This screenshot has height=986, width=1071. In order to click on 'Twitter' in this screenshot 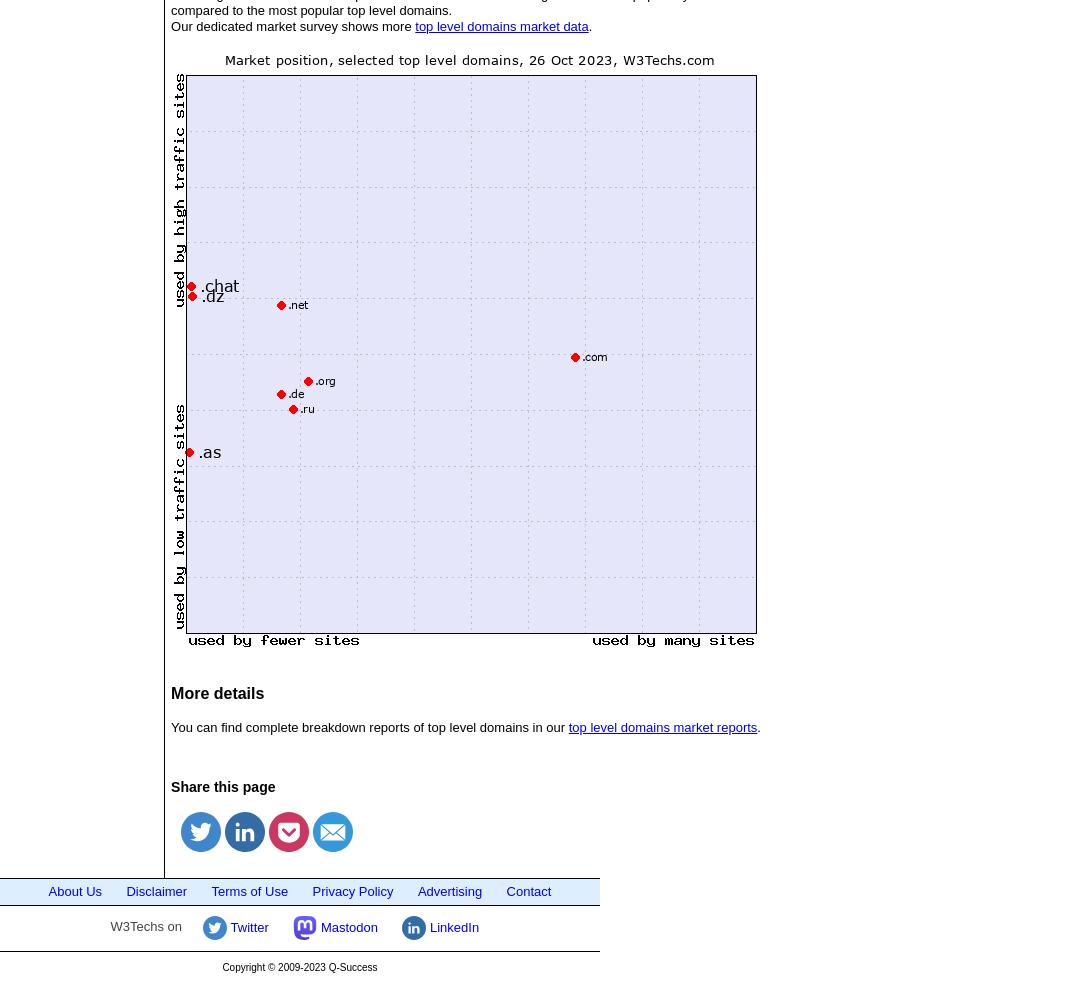, I will do `click(247, 926)`.